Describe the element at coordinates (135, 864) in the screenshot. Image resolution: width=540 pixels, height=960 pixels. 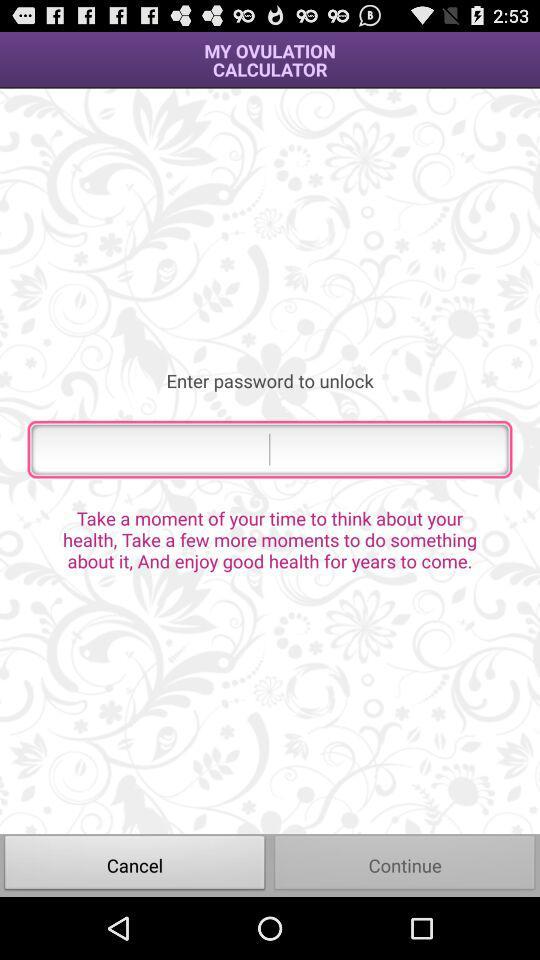
I see `button to the left of continue` at that location.